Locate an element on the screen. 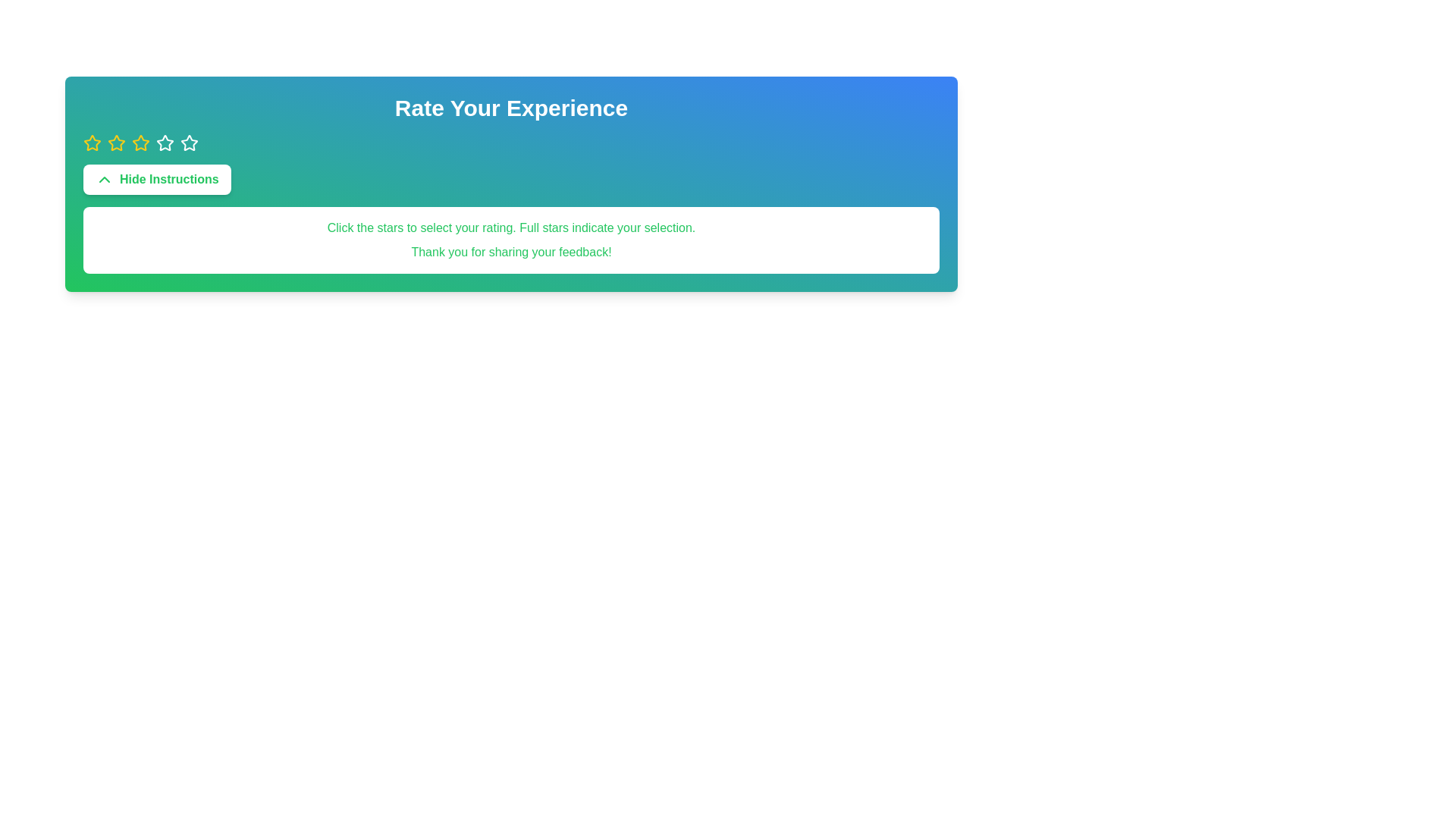  the first star-shaped icon button representing a rating star with a yellow outline is located at coordinates (91, 143).